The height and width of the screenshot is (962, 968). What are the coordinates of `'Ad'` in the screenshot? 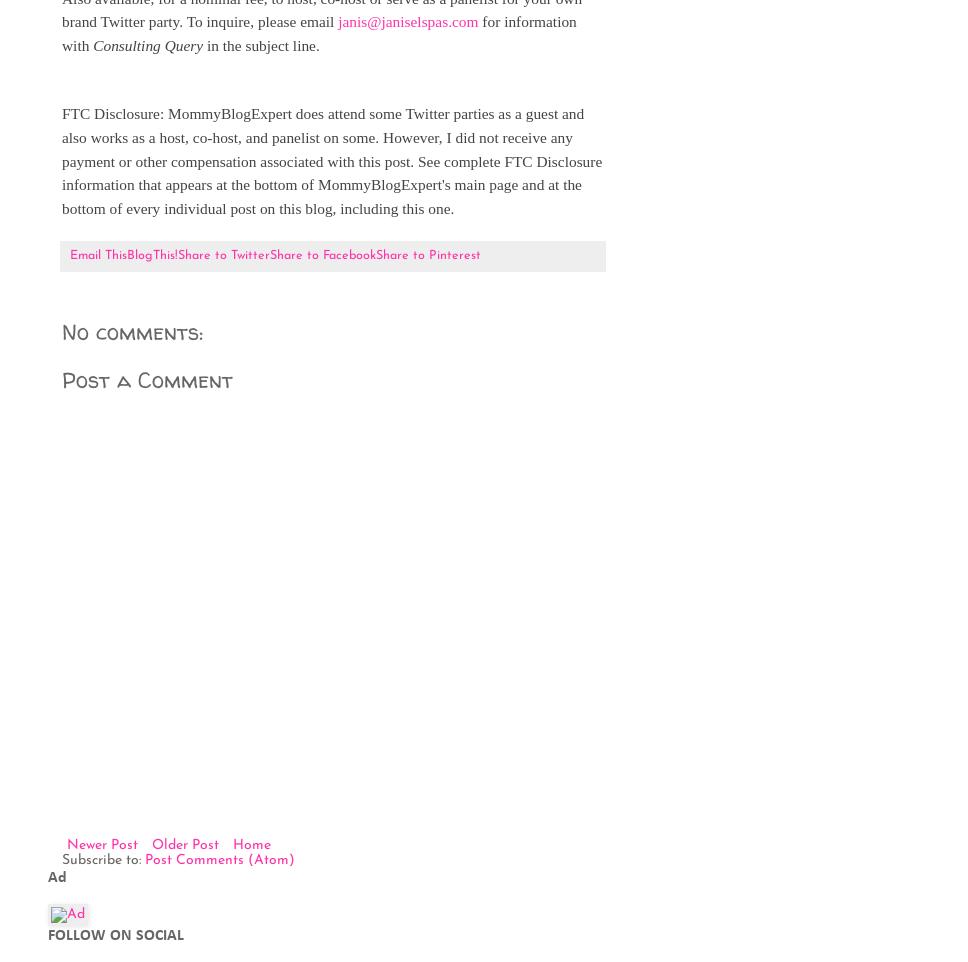 It's located at (56, 875).